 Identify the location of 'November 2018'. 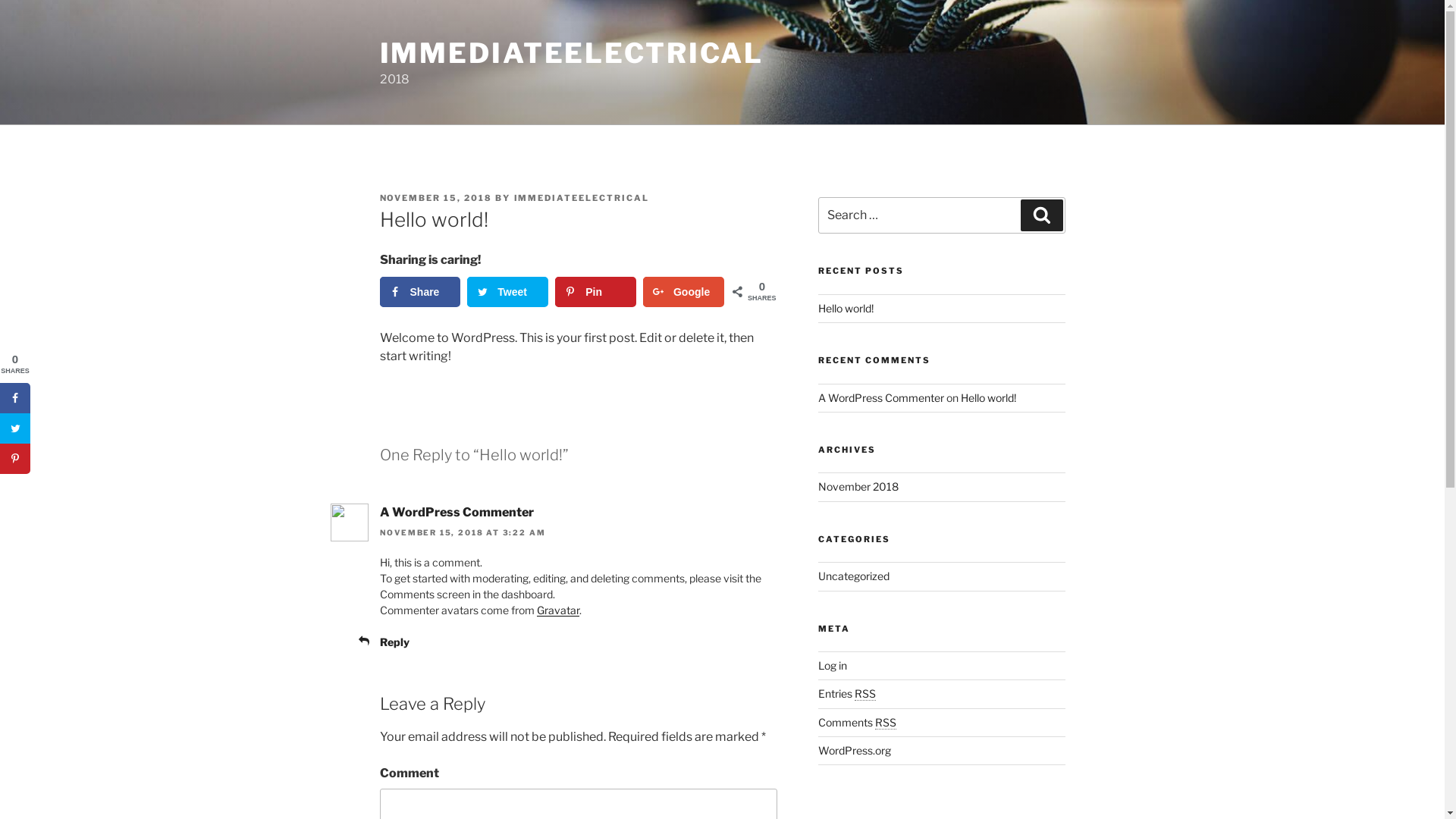
(858, 486).